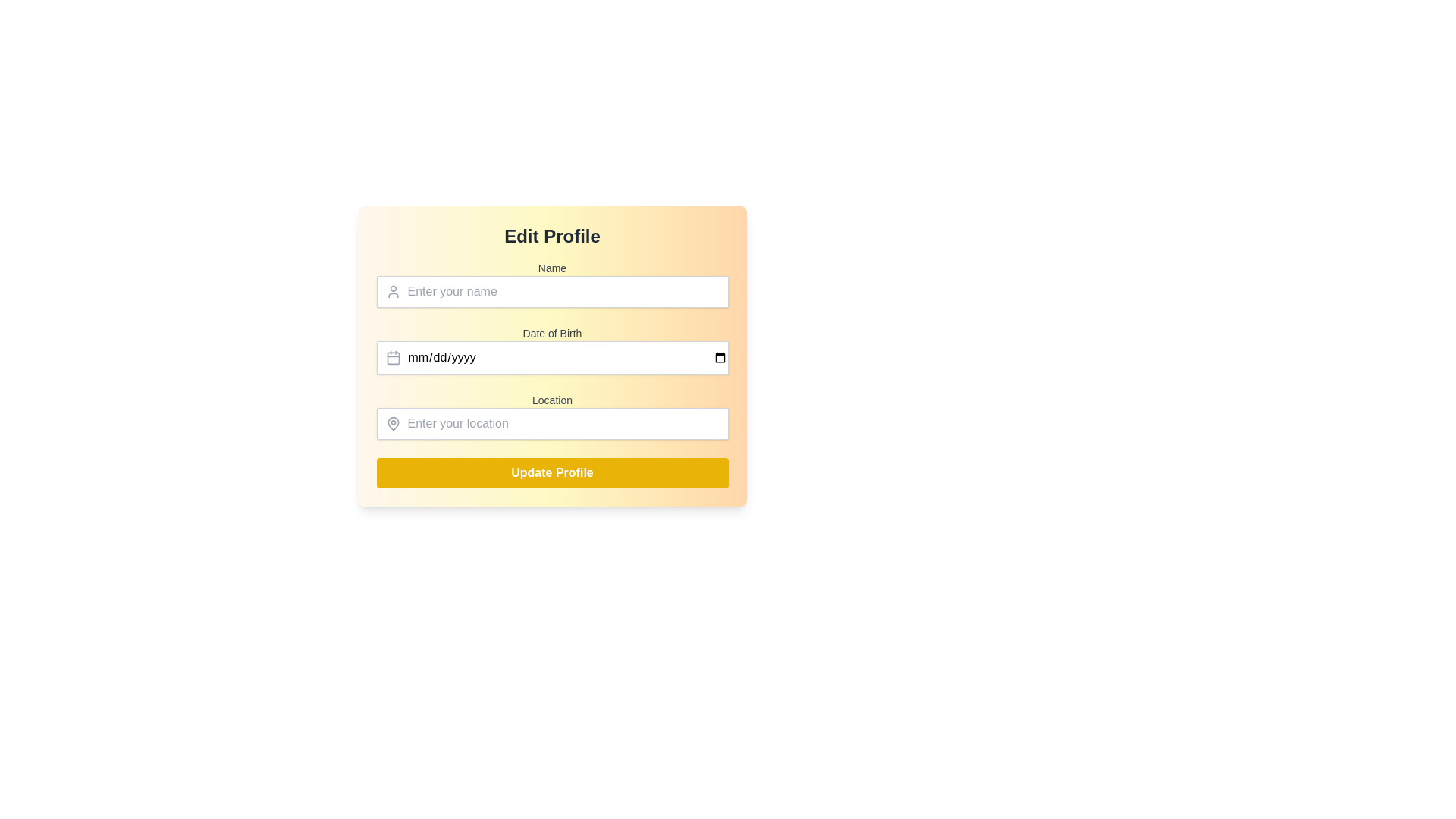 The width and height of the screenshot is (1456, 819). What do you see at coordinates (393, 358) in the screenshot?
I see `the calendar detail icon, which is a rounded rectangle styled to resemble a miniature calendar page, located to the left of the 'Date of Birth' input field` at bounding box center [393, 358].